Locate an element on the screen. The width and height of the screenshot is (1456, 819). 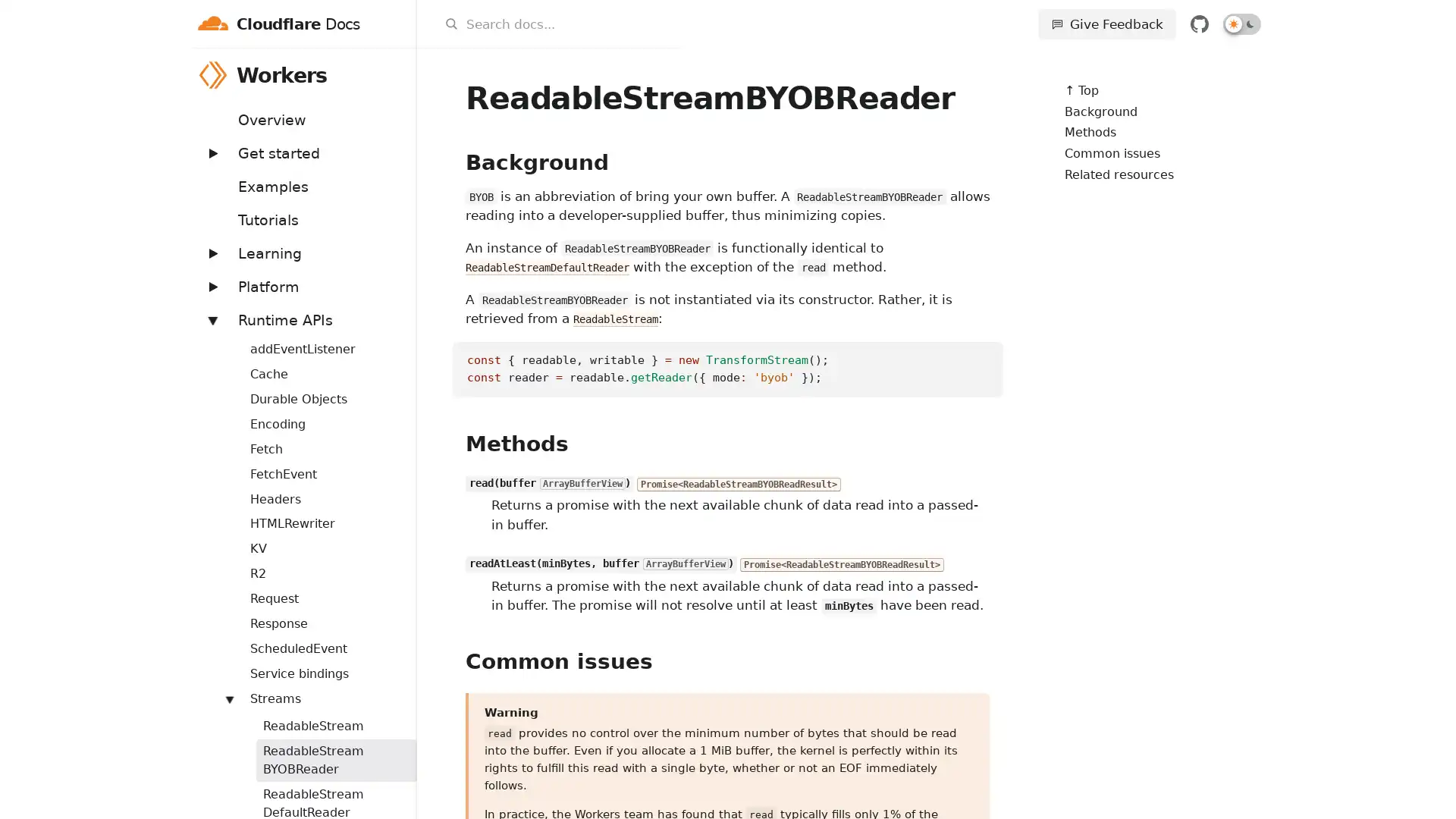
Expand: Runtime APIs is located at coordinates (211, 318).